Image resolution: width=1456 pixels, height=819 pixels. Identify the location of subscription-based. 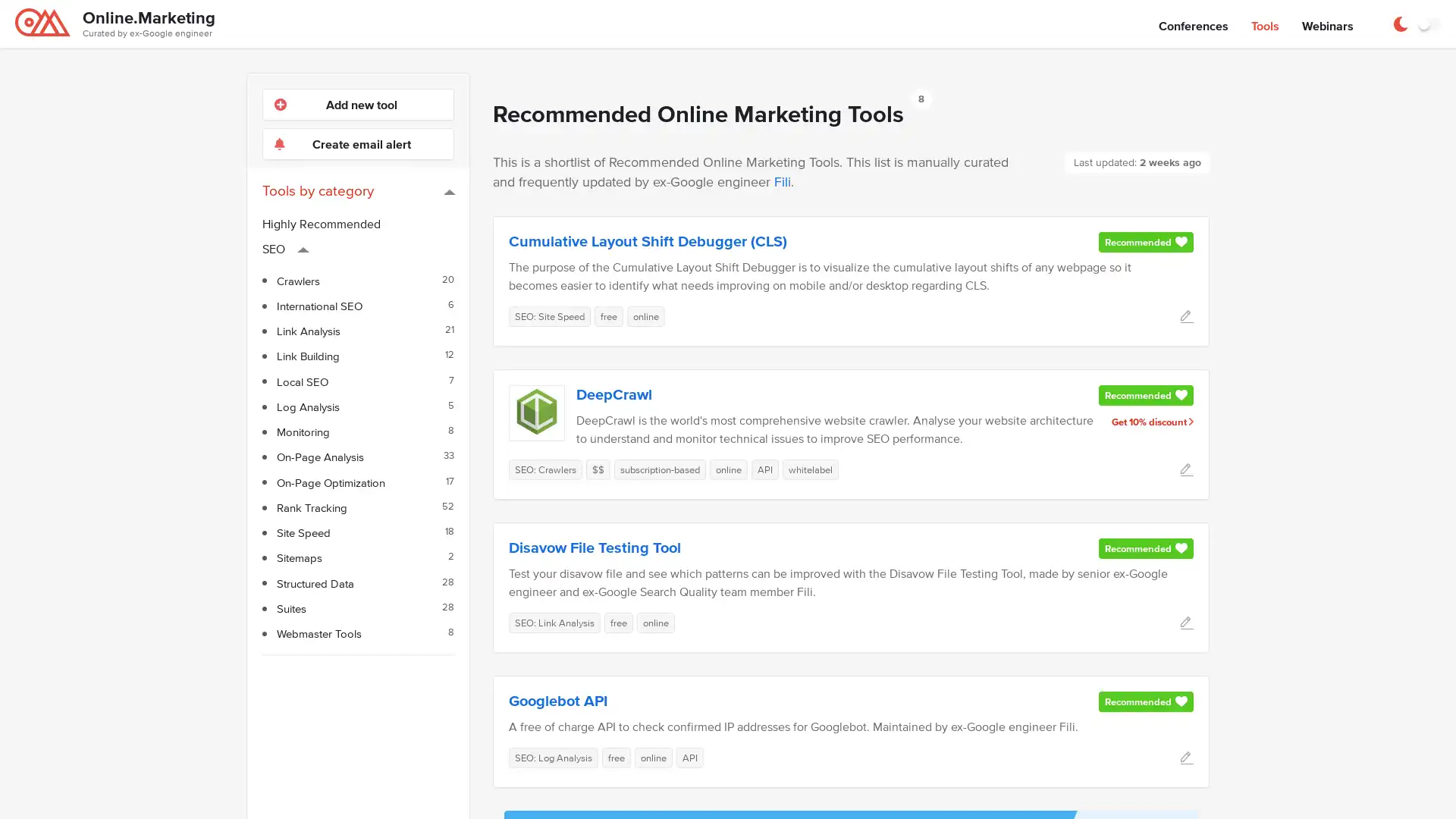
(660, 468).